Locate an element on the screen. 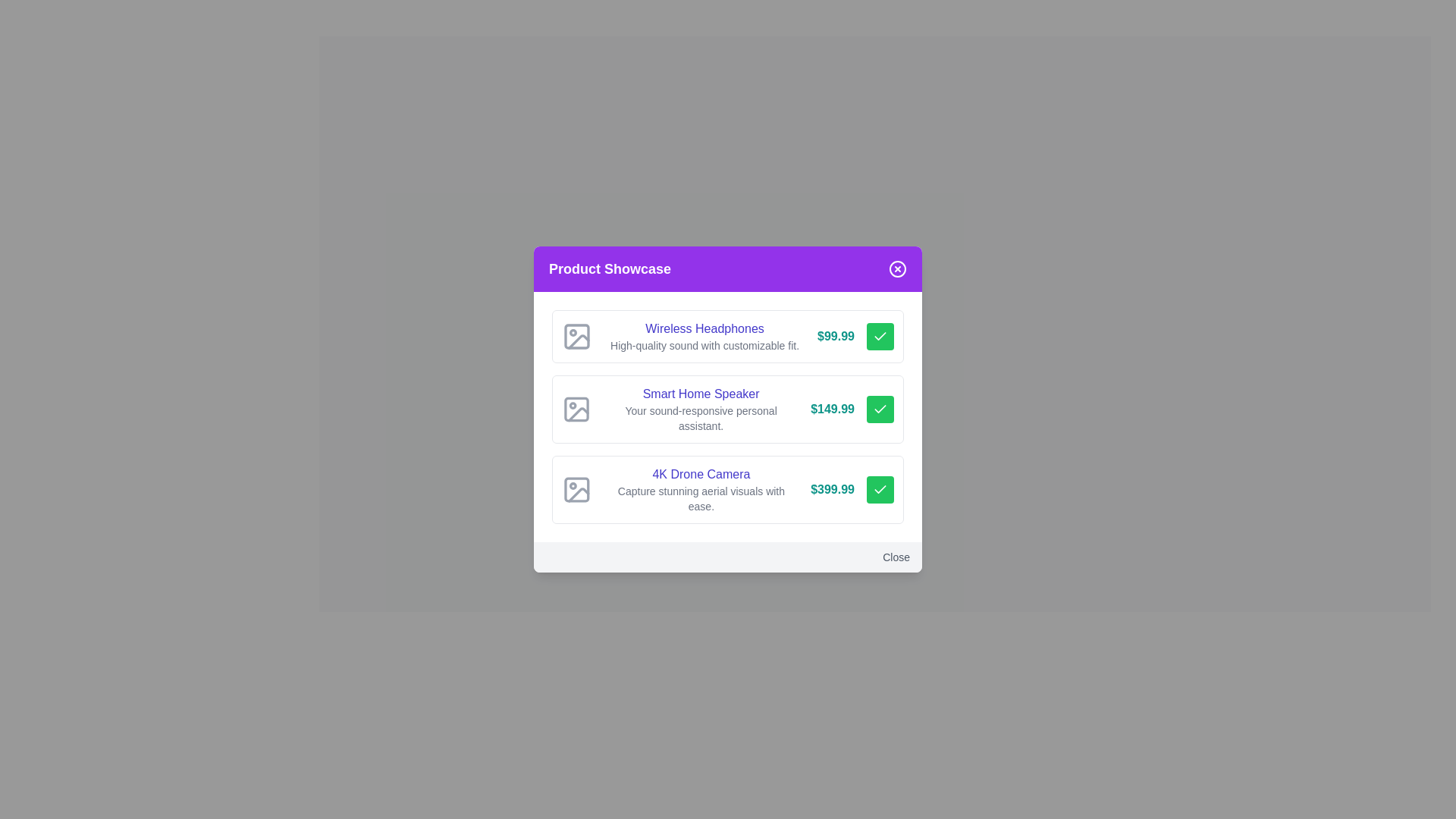  the green button with a white checkmark icon located to the right of the '$99.99' price label for the 'Wireless Headphones' product to confirm the selection is located at coordinates (880, 335).